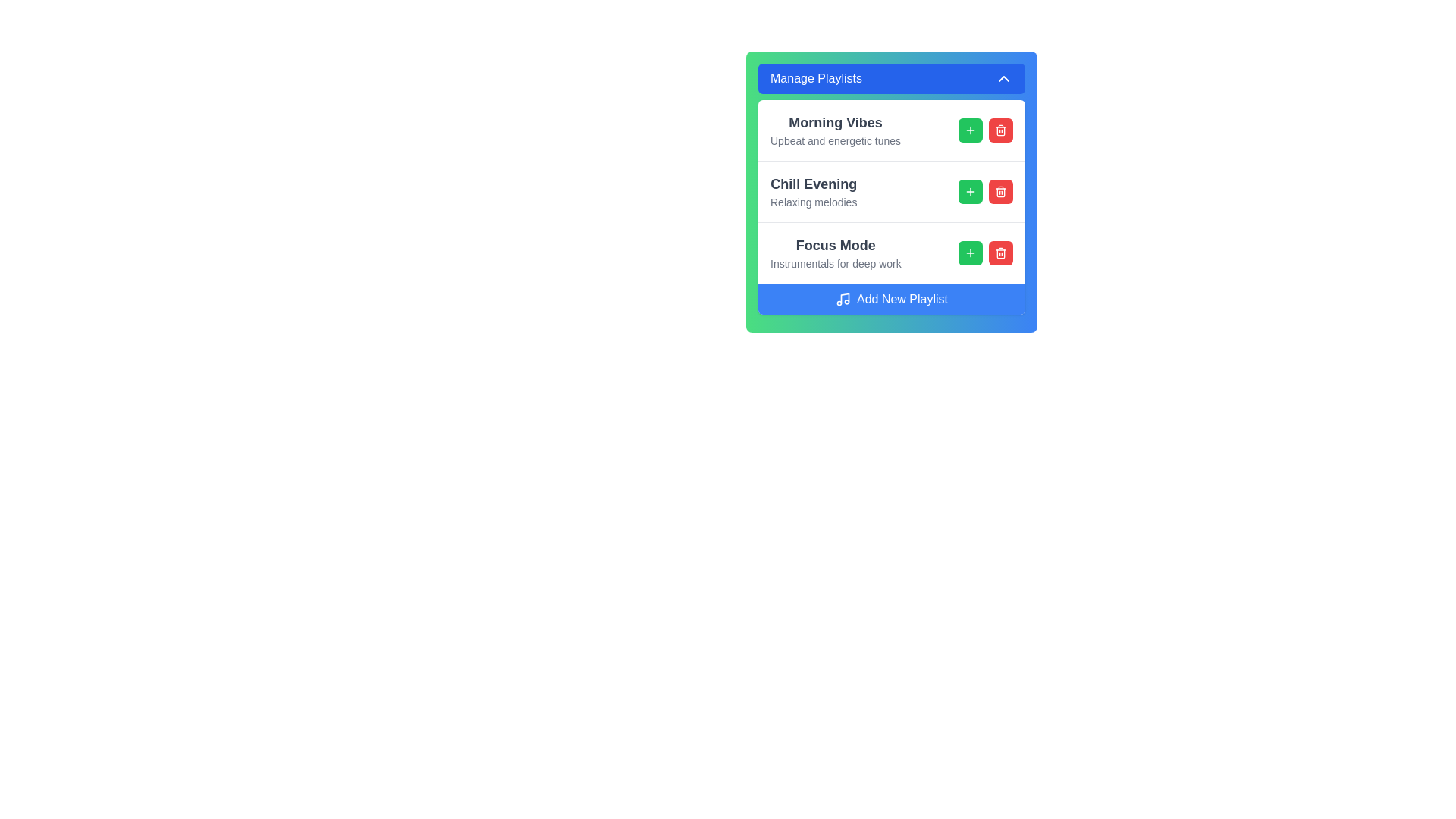 The height and width of the screenshot is (819, 1456). Describe the element at coordinates (892, 207) in the screenshot. I see `title 'Chill Evening' and subtitle 'Relaxing melodies' of the playlist item located in the second row of the playlist list within the 'Manage Playlists' section` at that location.